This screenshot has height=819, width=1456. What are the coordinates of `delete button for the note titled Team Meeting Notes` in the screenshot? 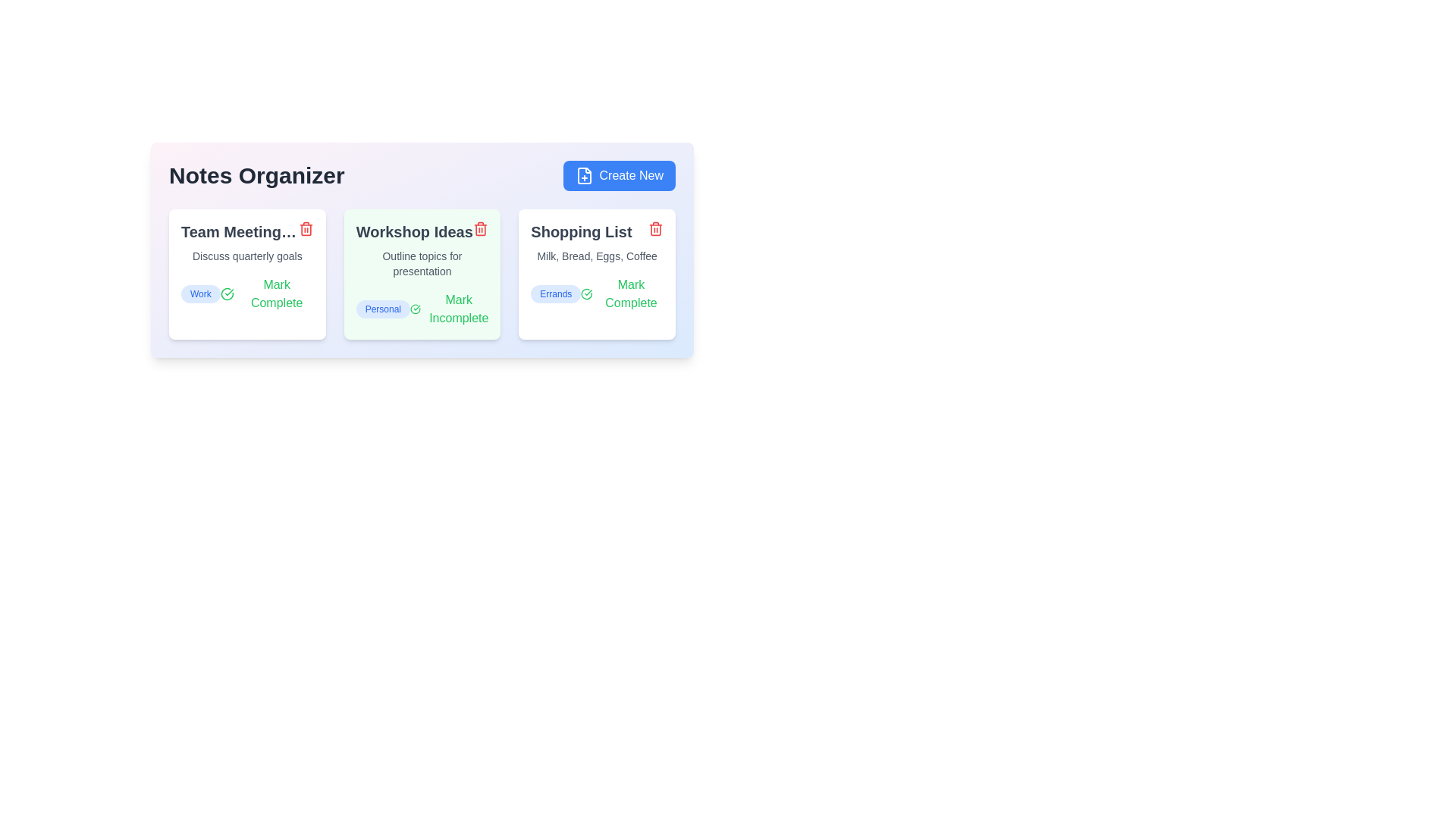 It's located at (305, 228).